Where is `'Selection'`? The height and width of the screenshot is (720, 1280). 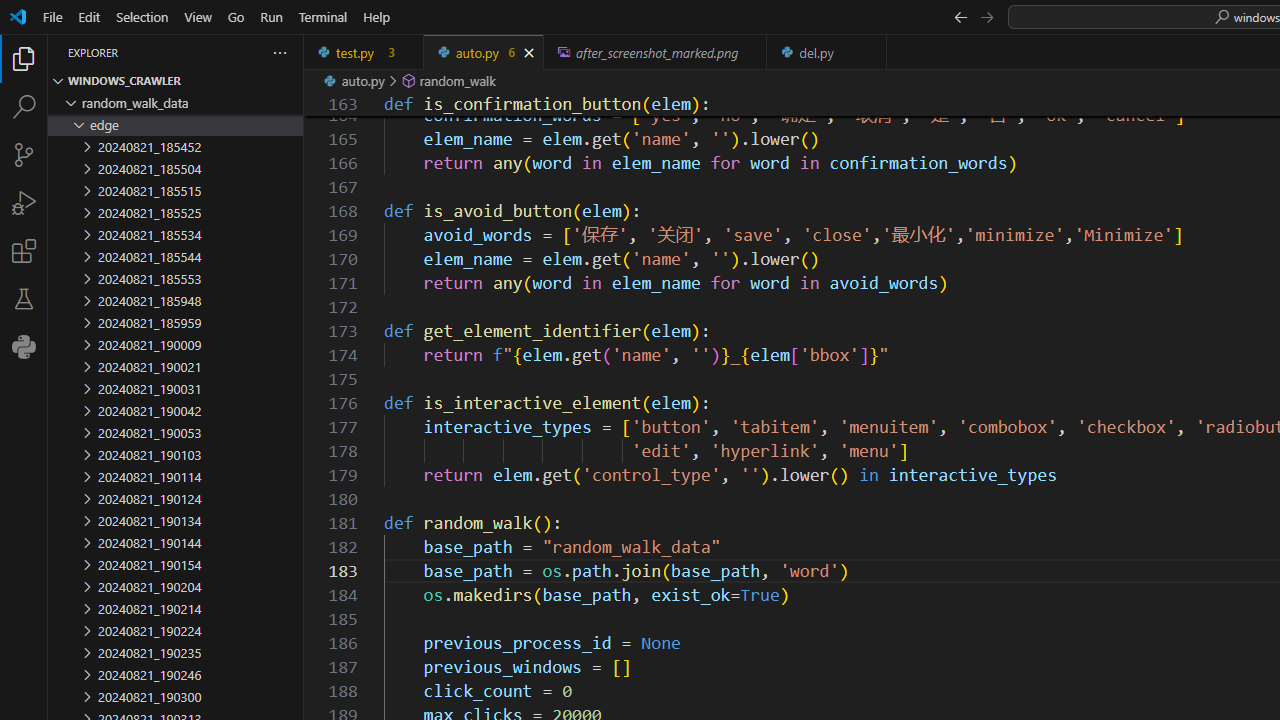
'Selection' is located at coordinates (141, 16).